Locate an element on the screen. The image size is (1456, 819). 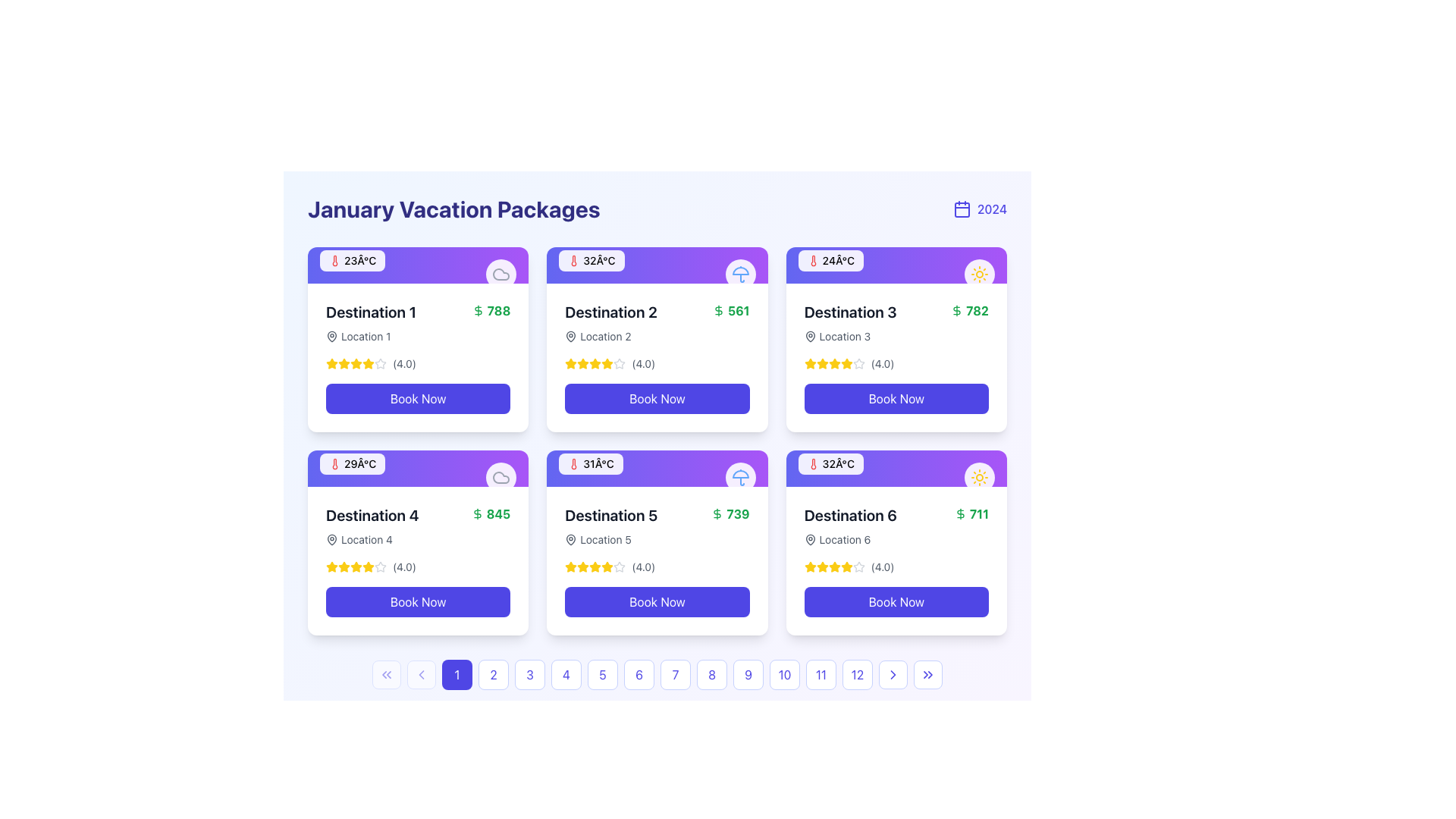
the details of the sun icon located in the top-right corner of the 'Destination 6' card, which serves as a decorative representation of sunny weather is located at coordinates (979, 476).